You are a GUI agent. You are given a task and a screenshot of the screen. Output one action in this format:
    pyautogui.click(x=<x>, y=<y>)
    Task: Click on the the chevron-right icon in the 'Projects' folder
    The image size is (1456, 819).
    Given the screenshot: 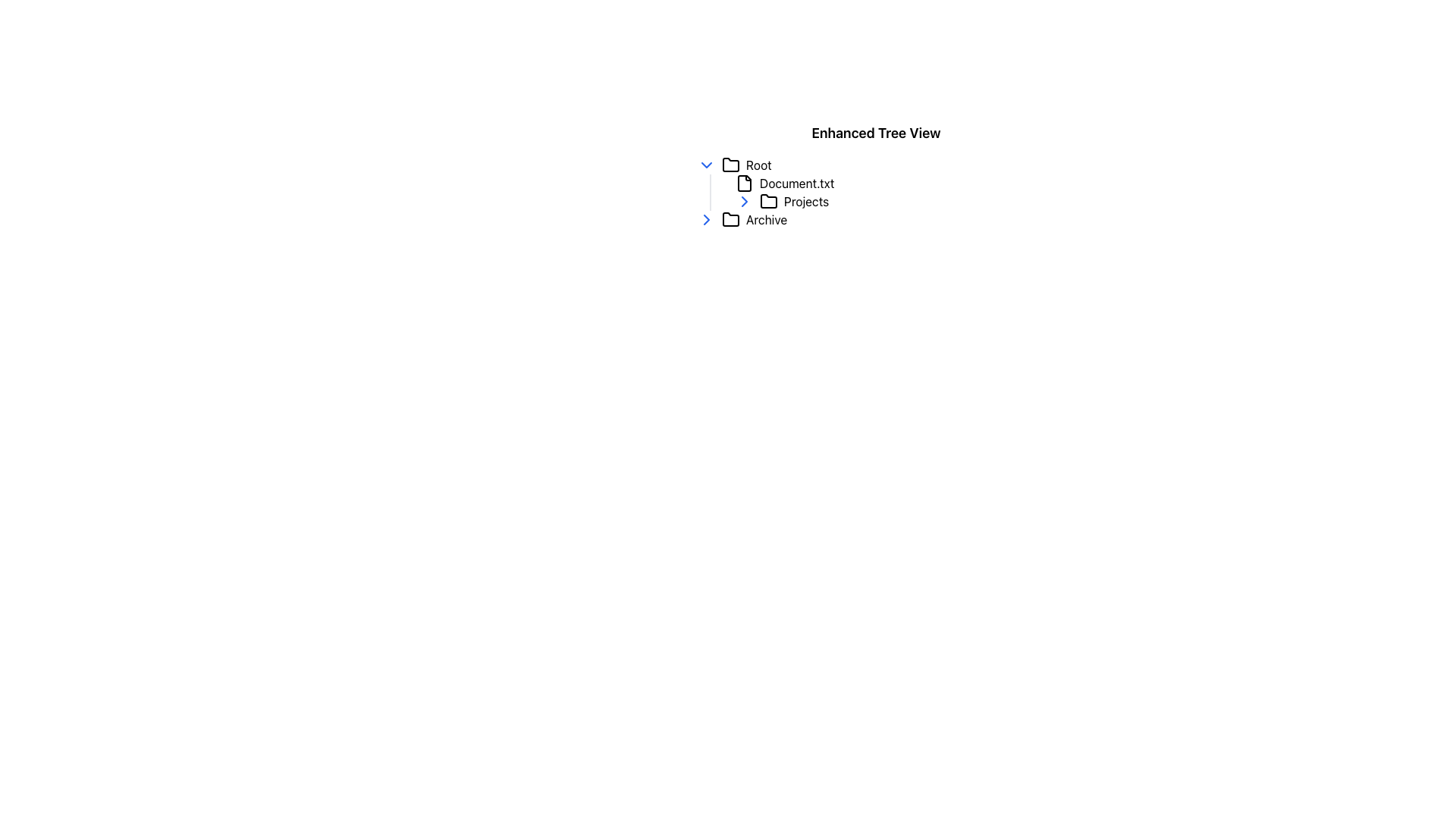 What is the action you would take?
    pyautogui.click(x=745, y=201)
    